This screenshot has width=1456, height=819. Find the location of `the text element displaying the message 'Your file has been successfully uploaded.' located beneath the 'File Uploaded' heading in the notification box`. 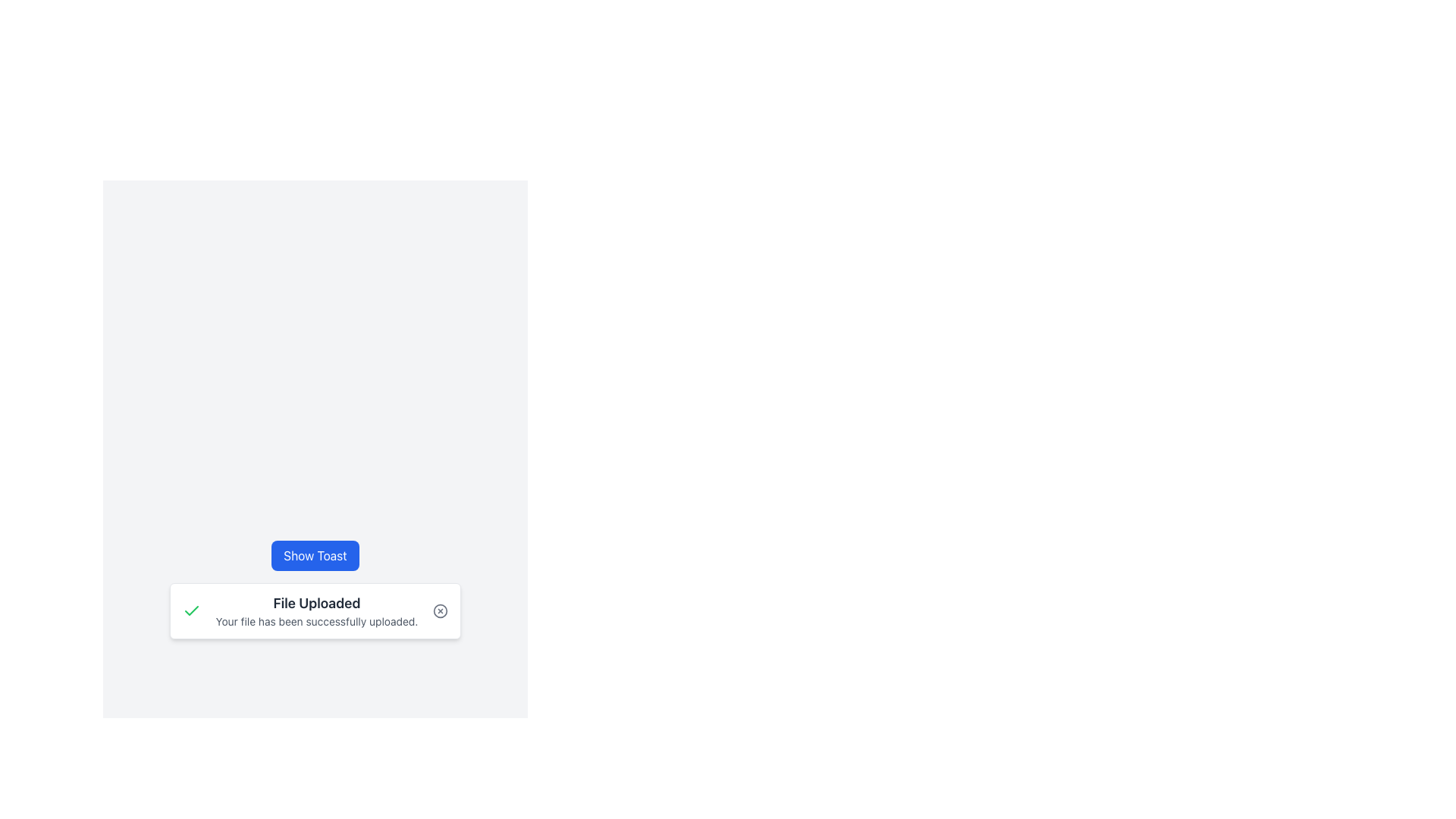

the text element displaying the message 'Your file has been successfully uploaded.' located beneath the 'File Uploaded' heading in the notification box is located at coordinates (315, 622).